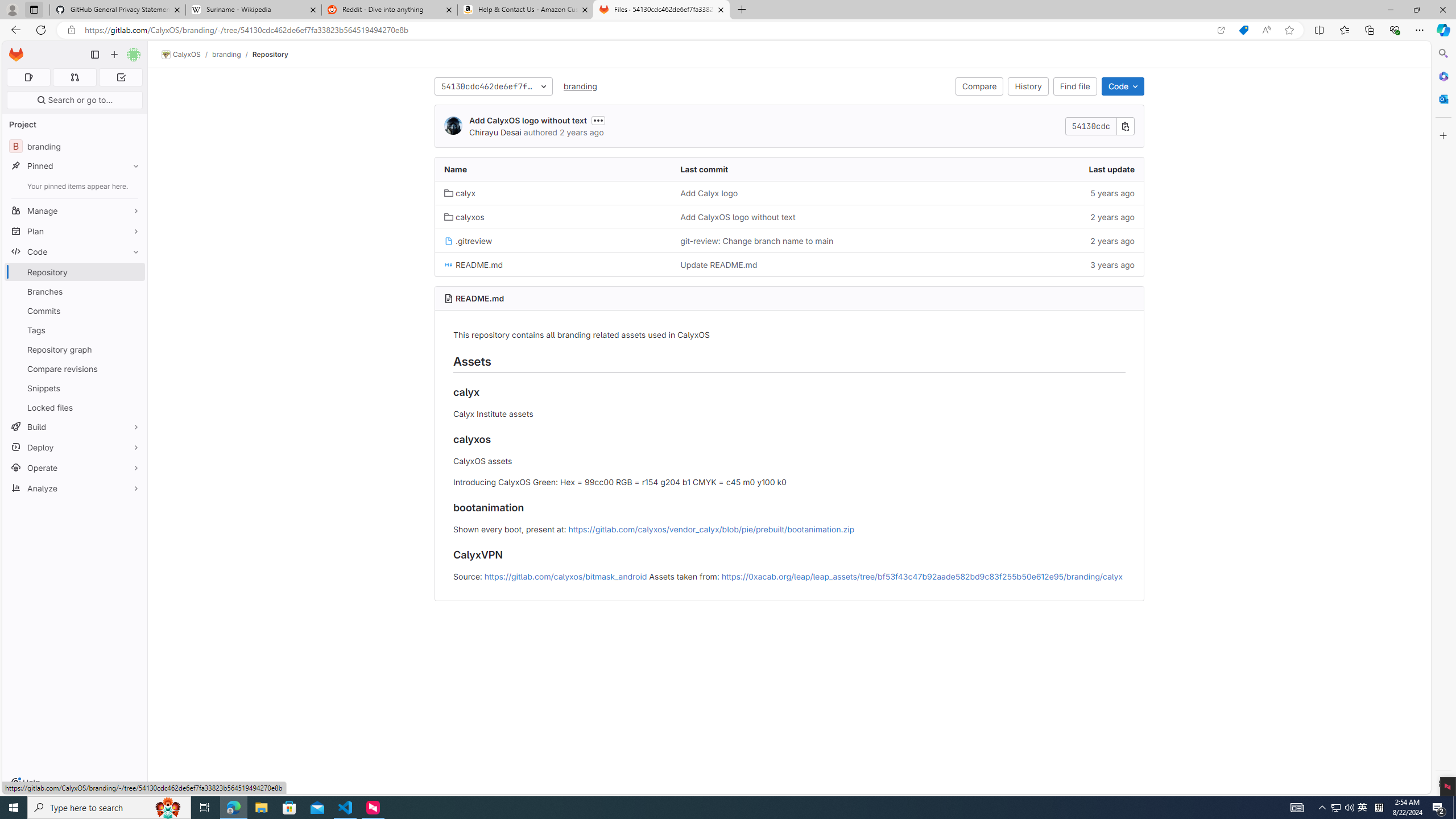 The width and height of the screenshot is (1456, 819). What do you see at coordinates (74, 427) in the screenshot?
I see `'Build'` at bounding box center [74, 427].